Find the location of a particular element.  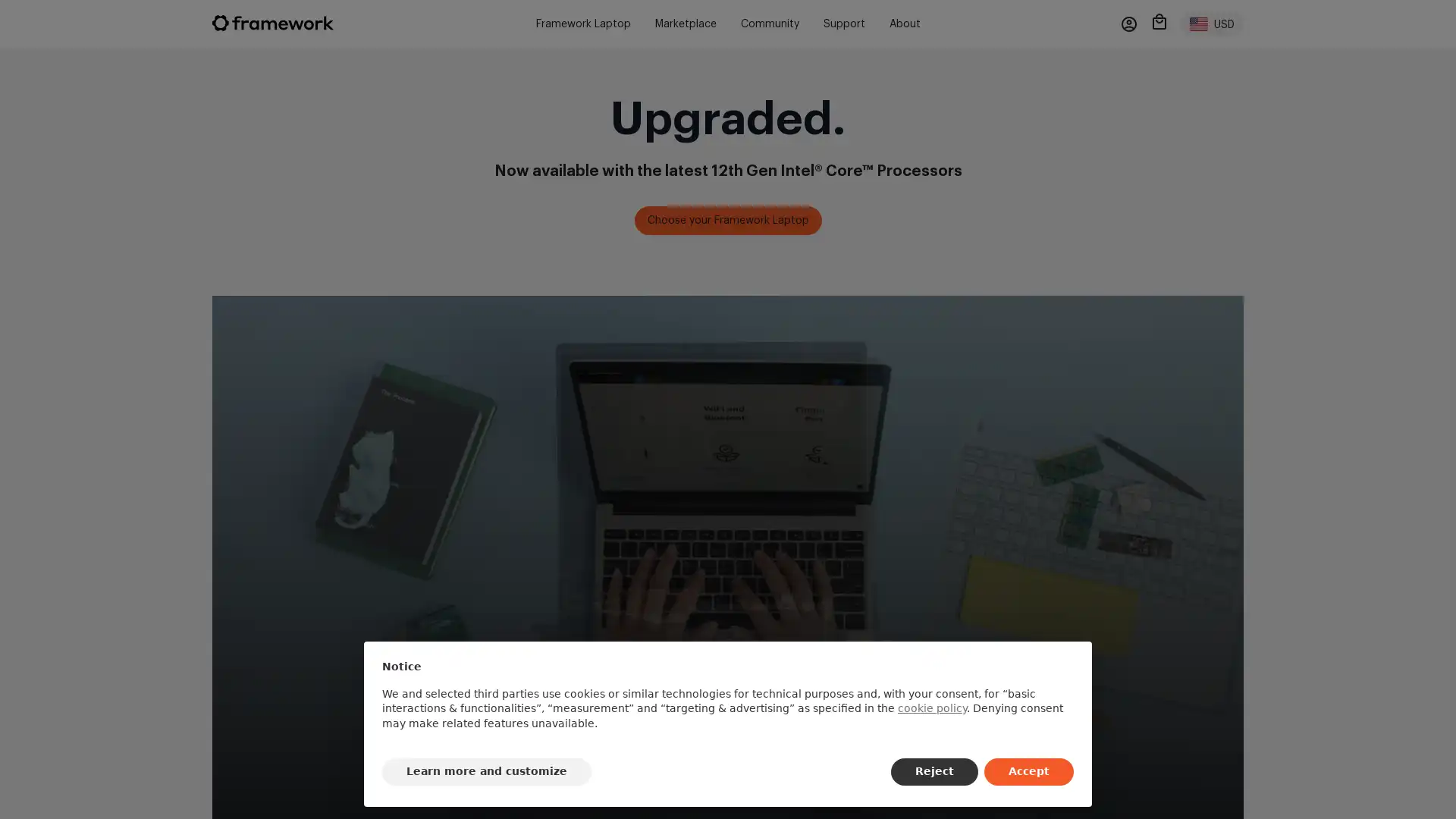

Reject is located at coordinates (934, 772).